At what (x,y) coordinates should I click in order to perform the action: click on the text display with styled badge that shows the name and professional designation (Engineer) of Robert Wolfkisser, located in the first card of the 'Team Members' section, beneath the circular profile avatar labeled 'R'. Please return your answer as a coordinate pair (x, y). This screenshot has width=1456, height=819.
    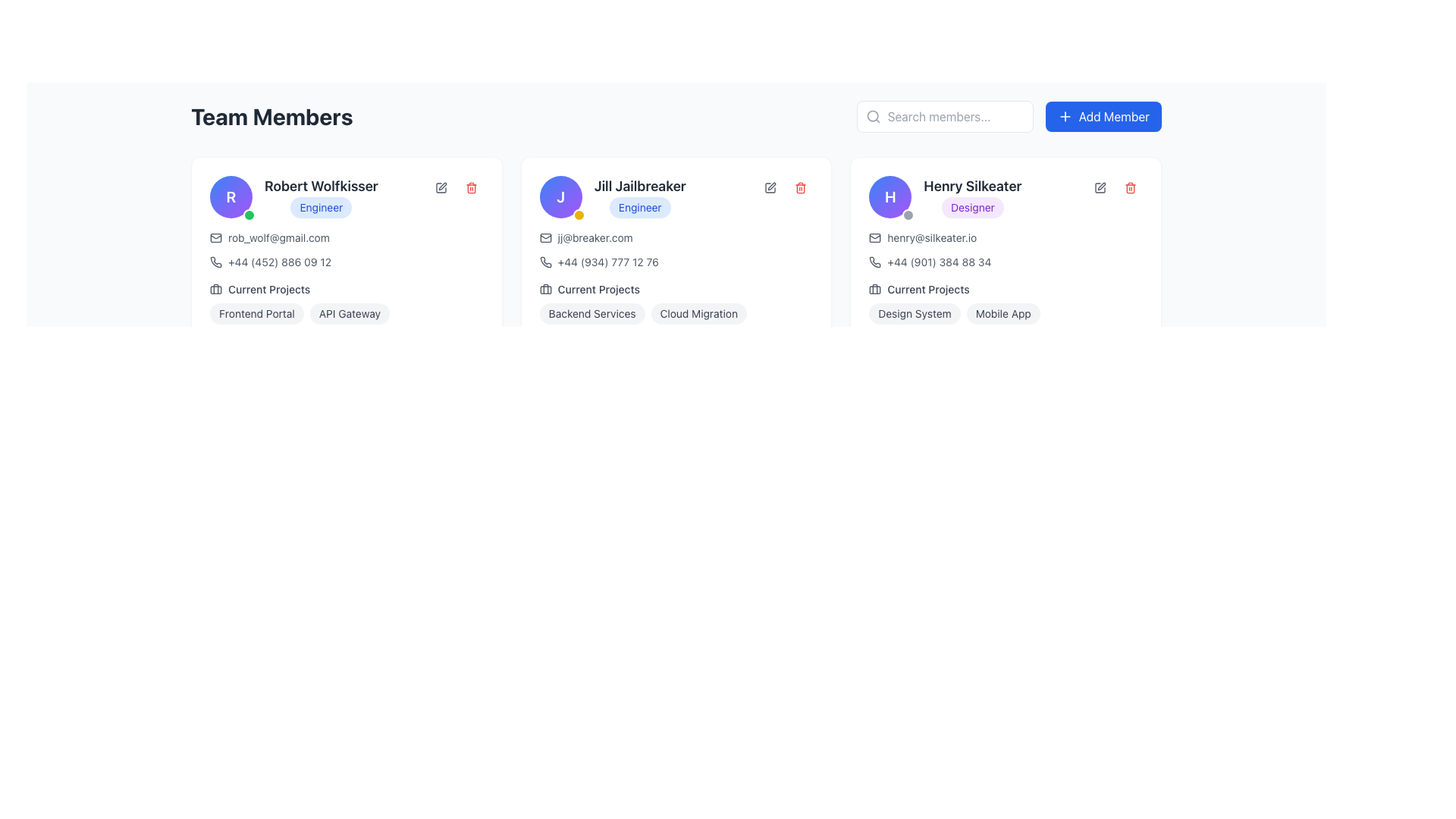
    Looking at the image, I should click on (320, 196).